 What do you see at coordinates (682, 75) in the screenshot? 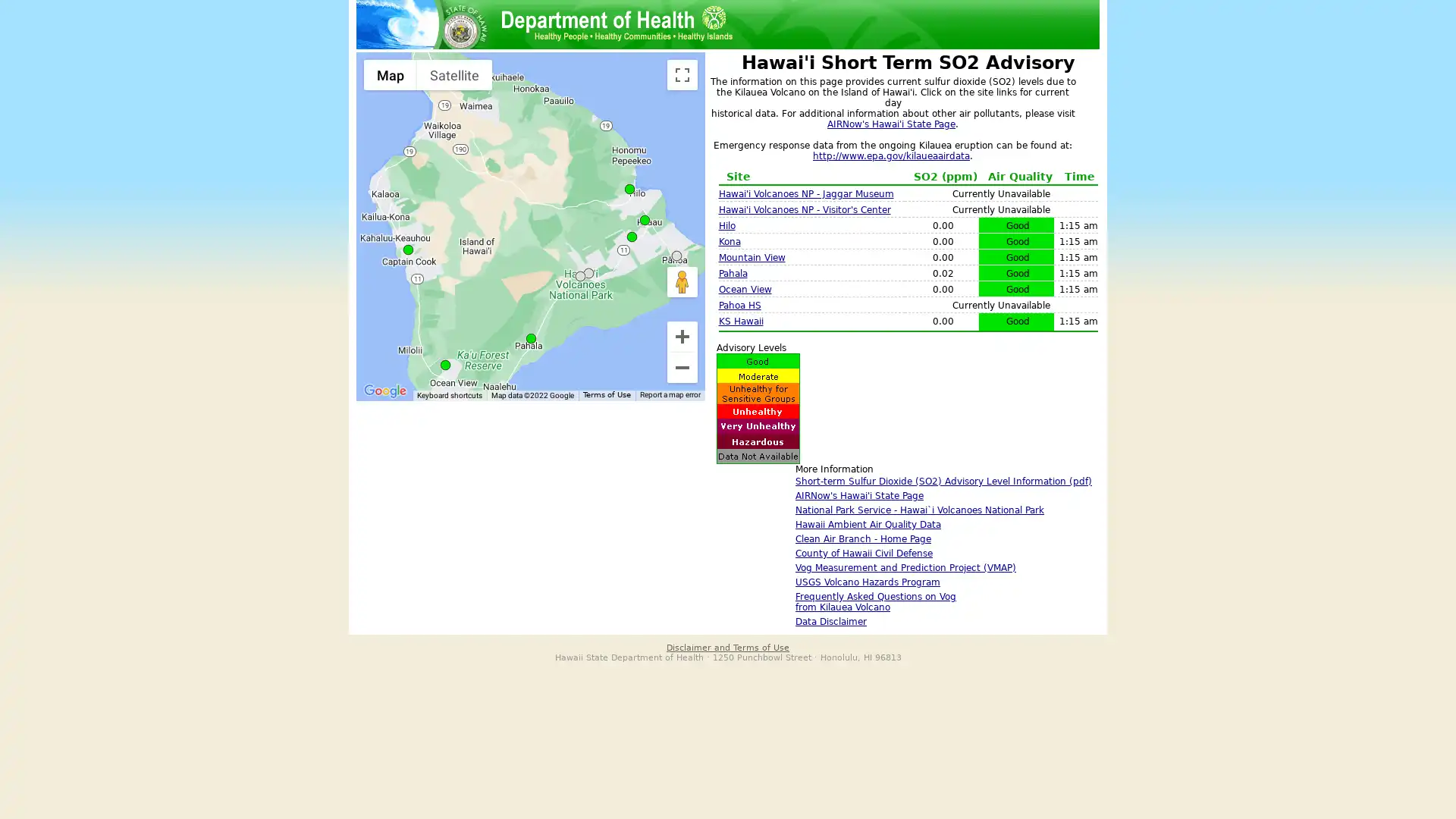
I see `Toggle fullscreen view` at bounding box center [682, 75].